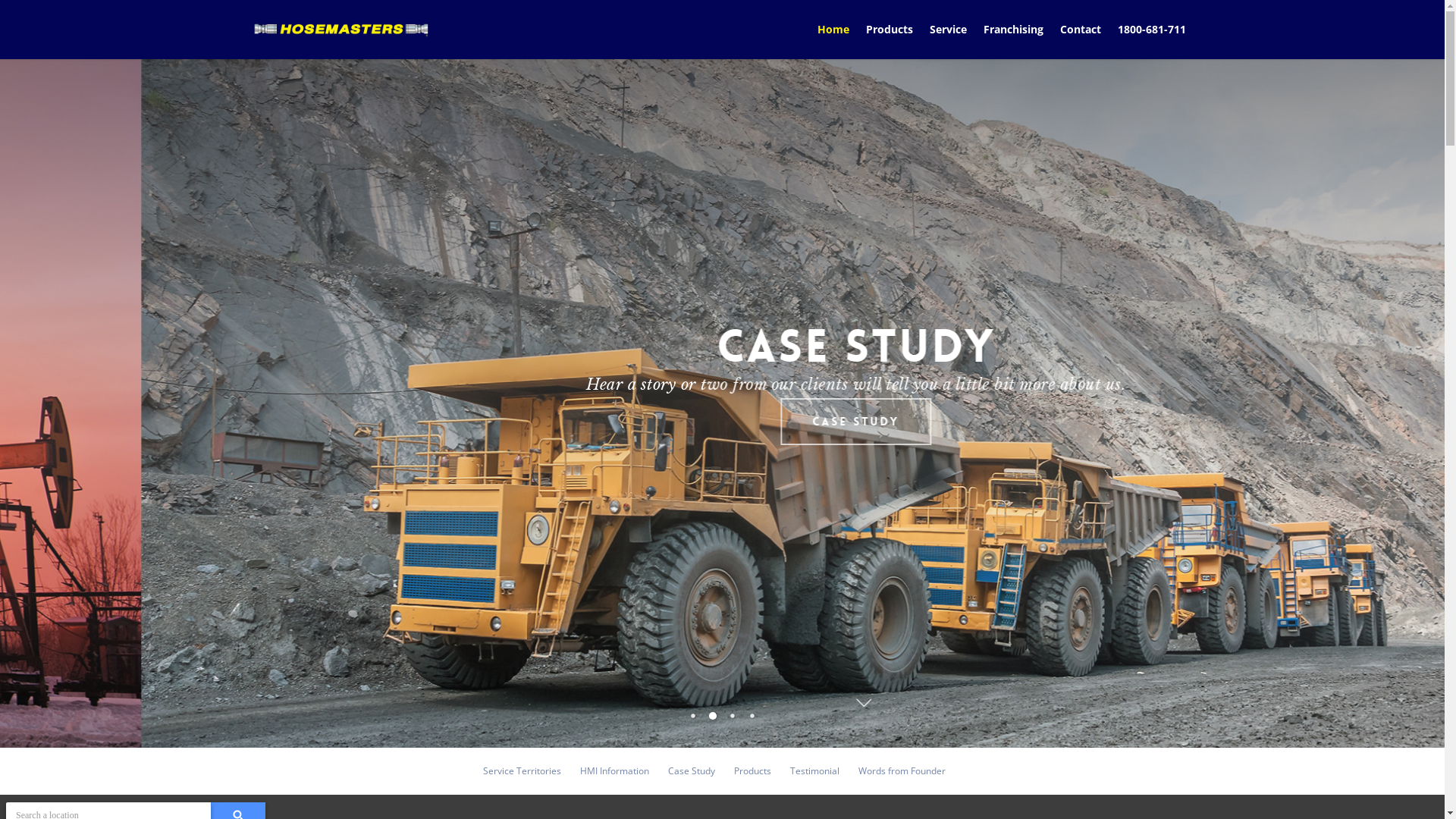  Describe the element at coordinates (889, 39) in the screenshot. I see `'Products'` at that location.